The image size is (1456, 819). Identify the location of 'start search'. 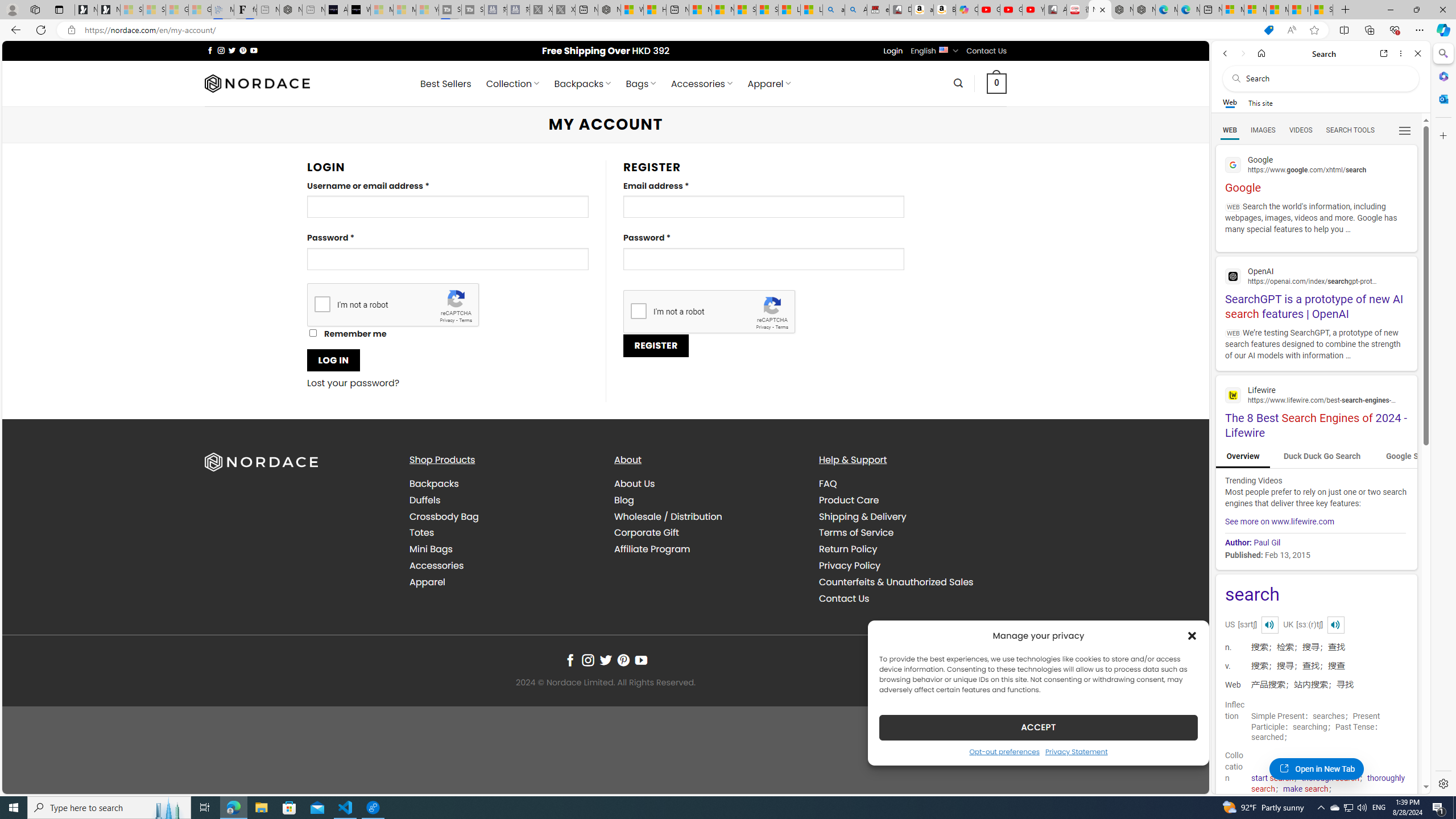
(1272, 777).